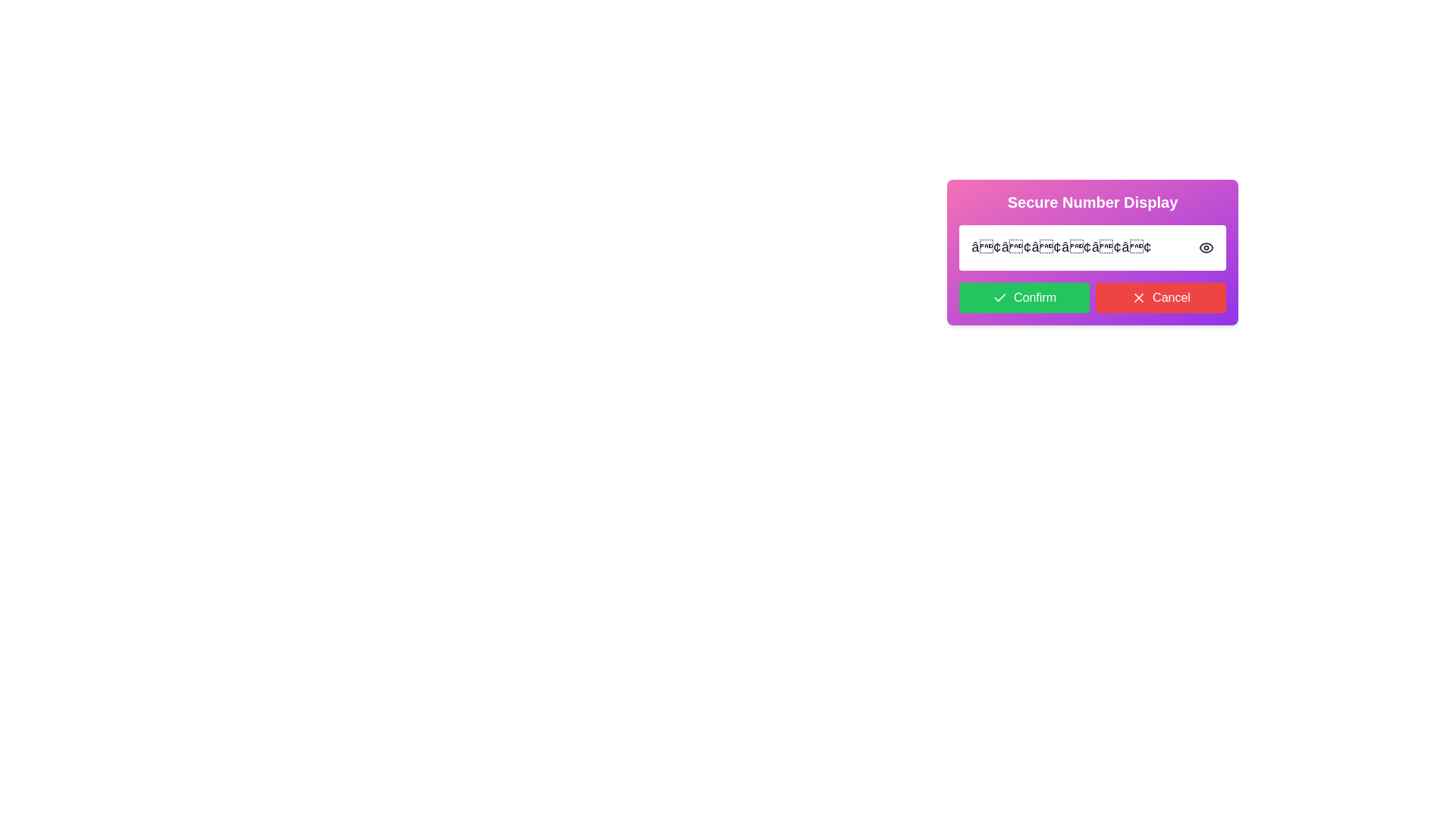  Describe the element at coordinates (1000, 298) in the screenshot. I see `the green checkmark icon located to the left of the 'Confirm' text within the 'Confirm' button in the modal dialog` at that location.